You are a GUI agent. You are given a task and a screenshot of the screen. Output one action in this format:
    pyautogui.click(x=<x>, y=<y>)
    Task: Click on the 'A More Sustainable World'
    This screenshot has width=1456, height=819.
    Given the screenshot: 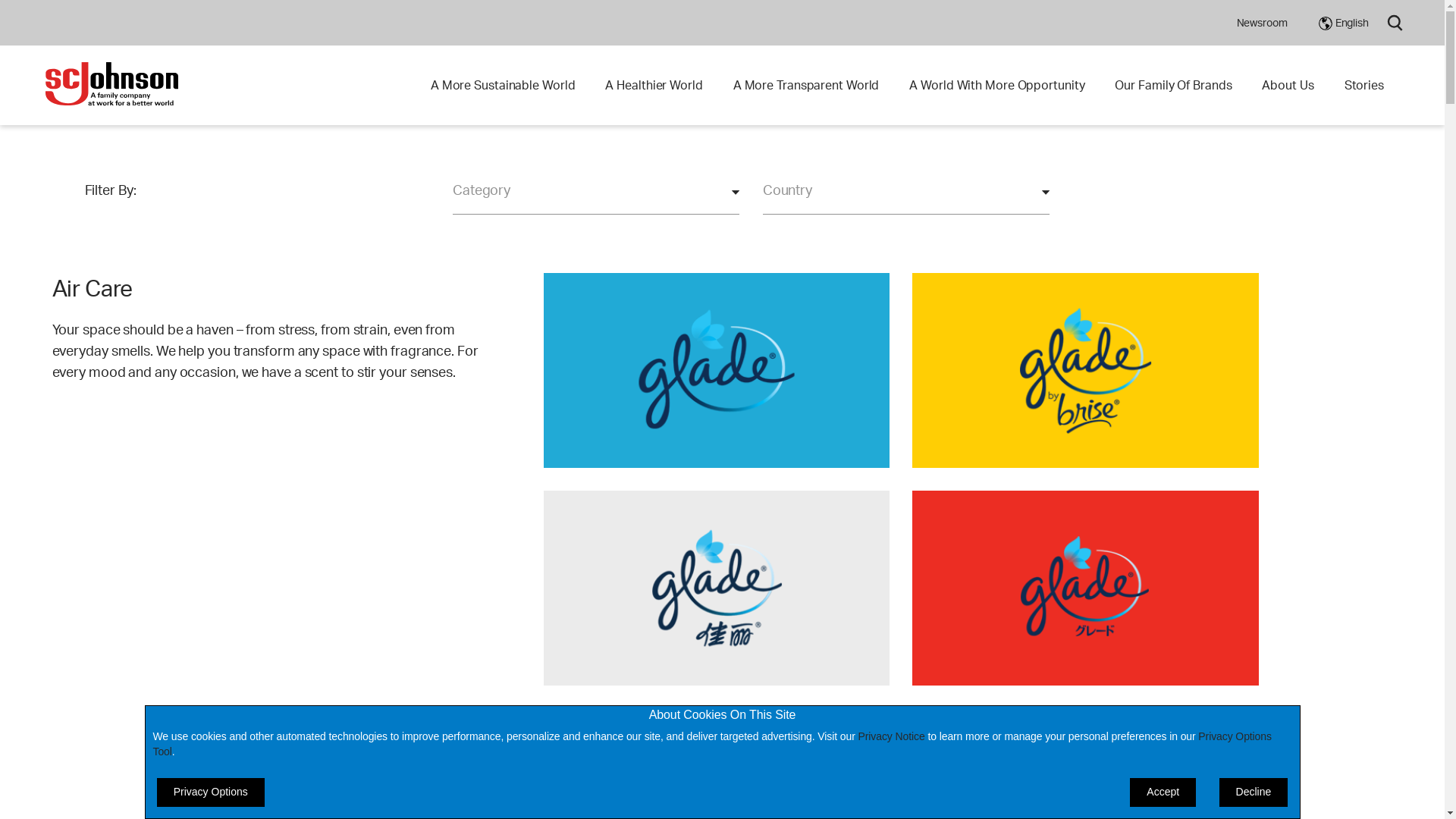 What is the action you would take?
    pyautogui.click(x=429, y=84)
    